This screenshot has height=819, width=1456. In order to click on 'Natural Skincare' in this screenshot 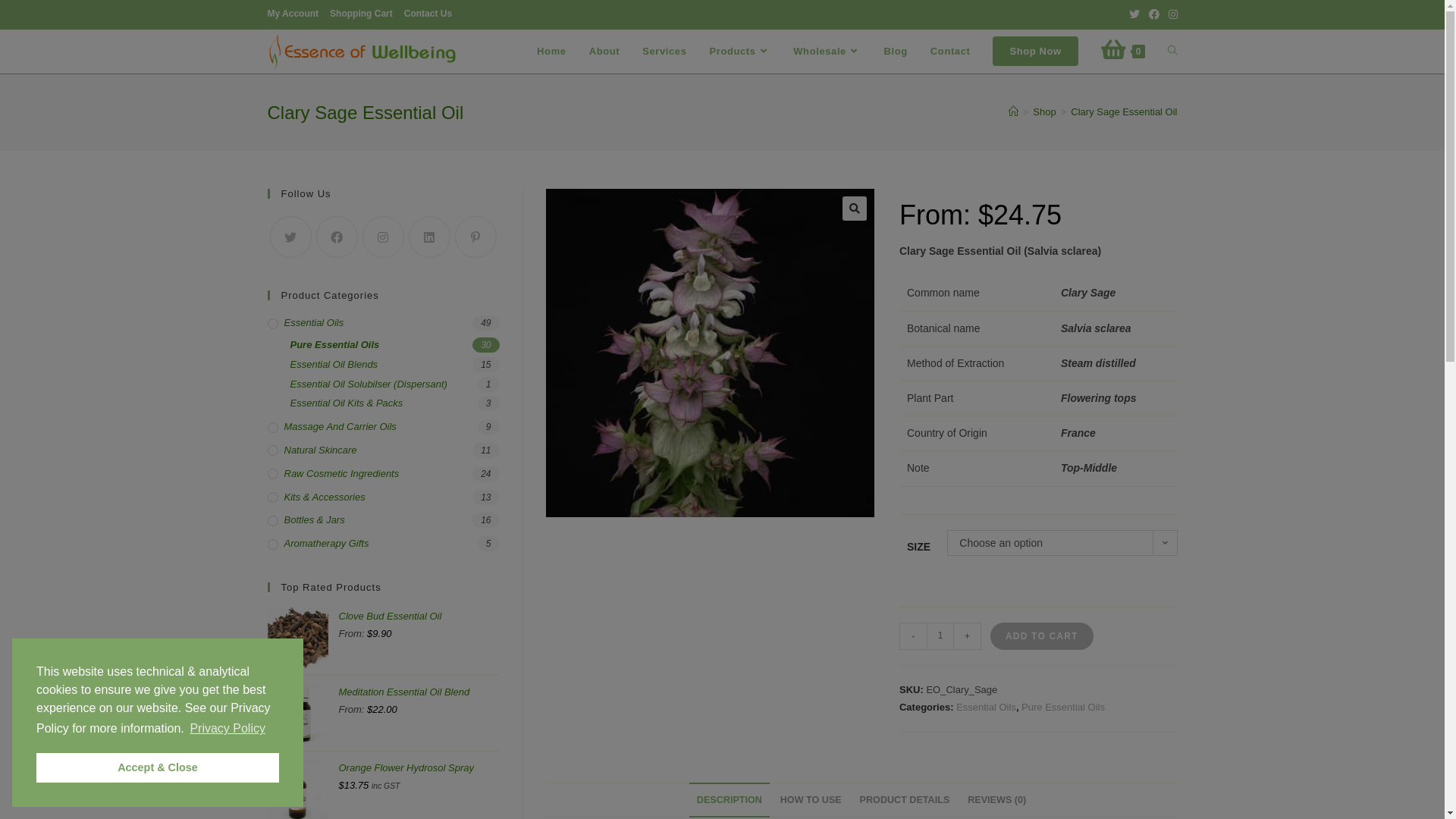, I will do `click(382, 450)`.